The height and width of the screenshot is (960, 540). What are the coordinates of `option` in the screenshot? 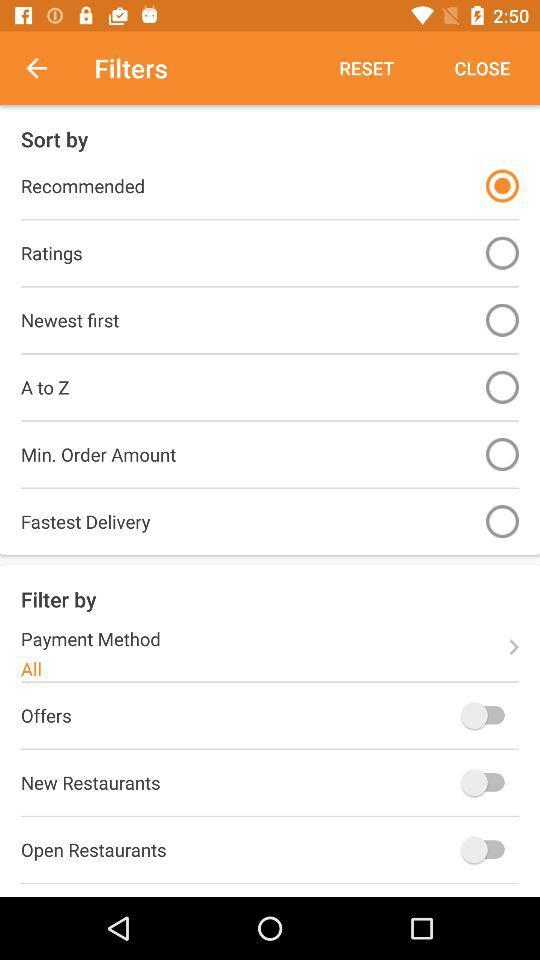 It's located at (501, 252).